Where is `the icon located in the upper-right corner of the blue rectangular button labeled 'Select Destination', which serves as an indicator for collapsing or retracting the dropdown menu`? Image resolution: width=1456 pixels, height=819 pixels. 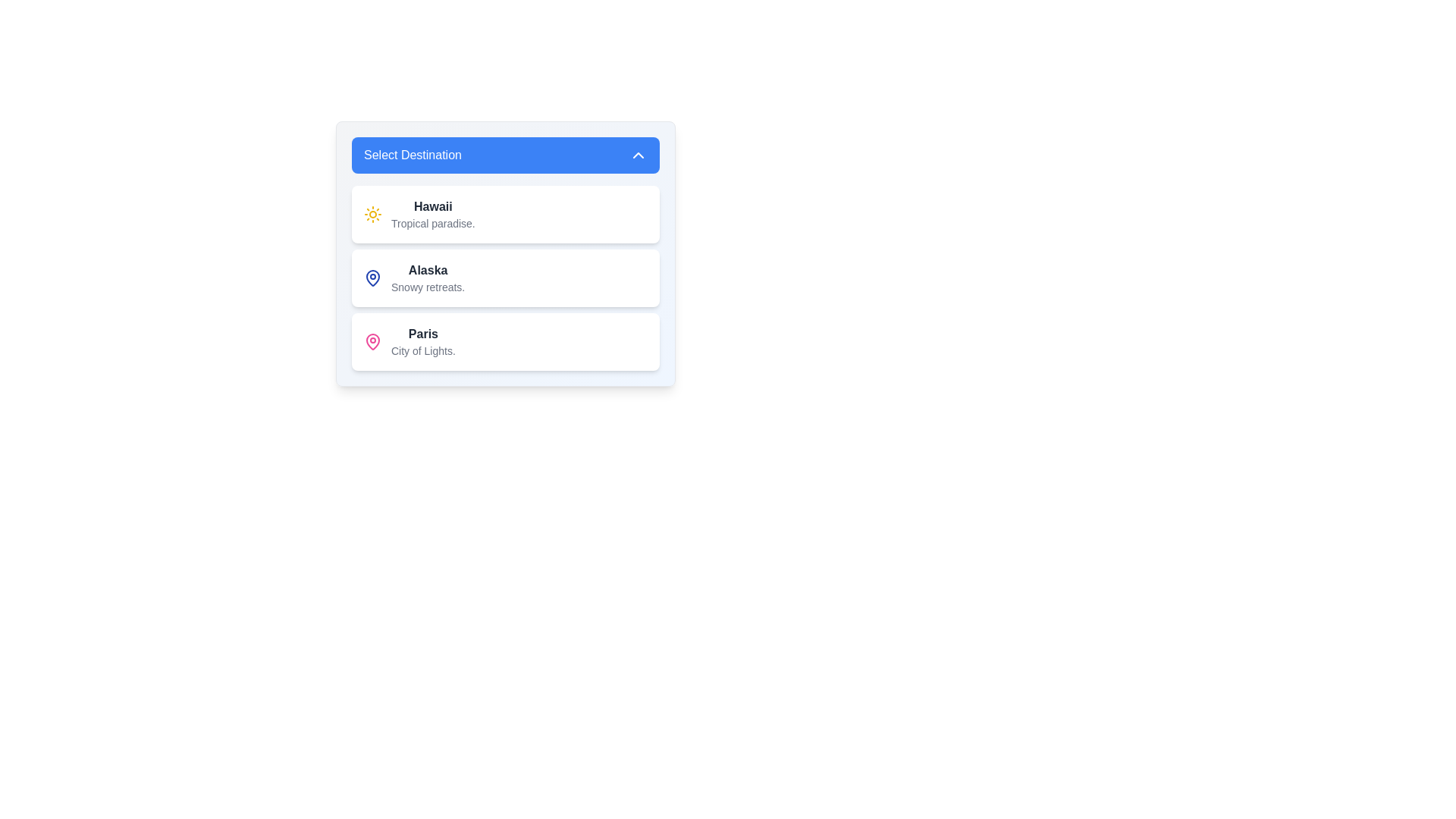 the icon located in the upper-right corner of the blue rectangular button labeled 'Select Destination', which serves as an indicator for collapsing or retracting the dropdown menu is located at coordinates (638, 155).